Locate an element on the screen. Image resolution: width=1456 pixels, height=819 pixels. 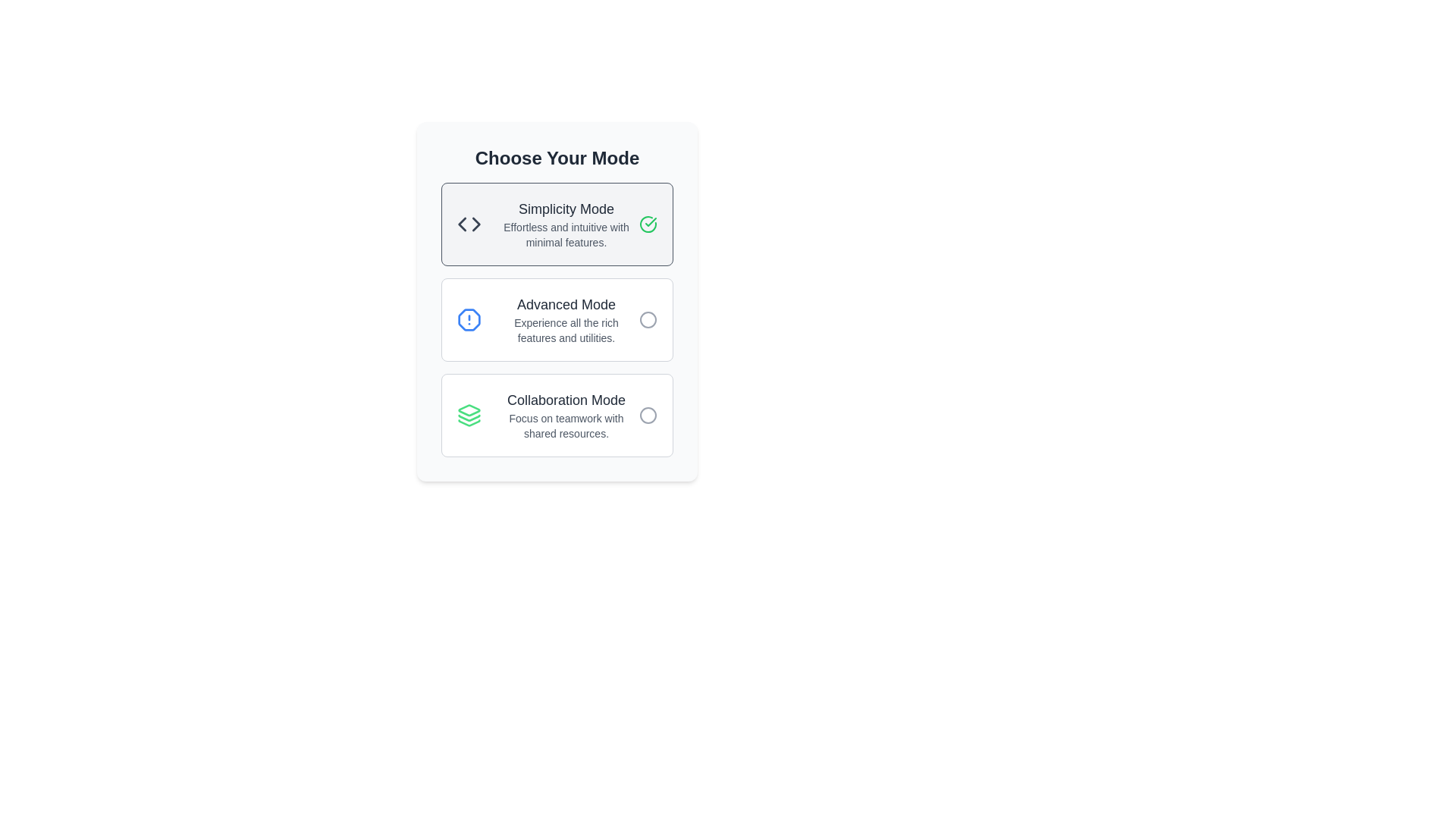
the 'Advanced Mode' selectable item, which is the second option in a vertical list of three mode options is located at coordinates (556, 318).